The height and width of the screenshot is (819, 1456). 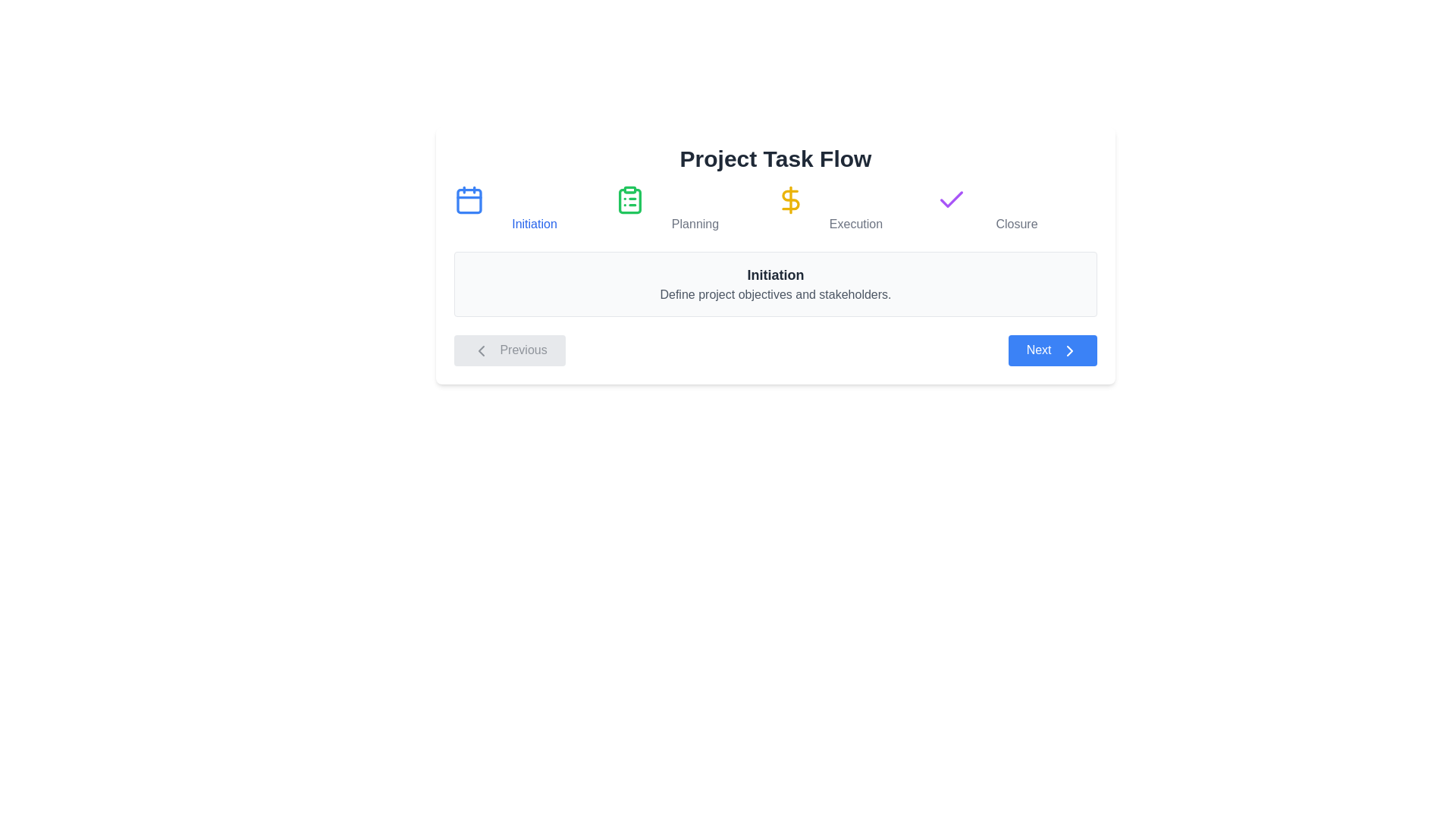 I want to click on the checkmark vector graphic icon that represents completion in the 'Closure' label section of the top navigation, so click(x=950, y=198).